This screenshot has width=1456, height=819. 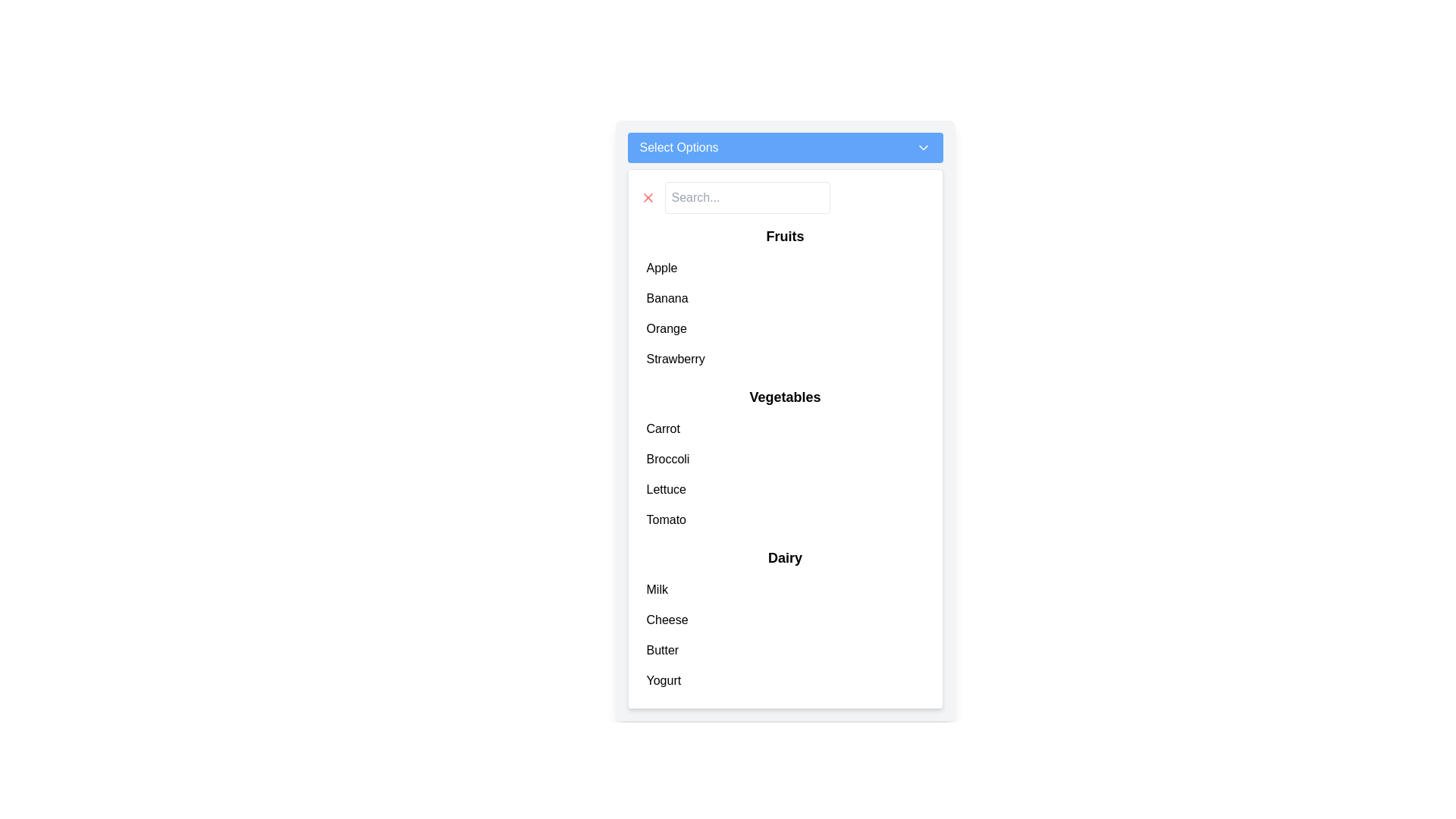 I want to click on the list item displaying 'Butter' which is the third item under the 'Dairy' section, so click(x=785, y=649).